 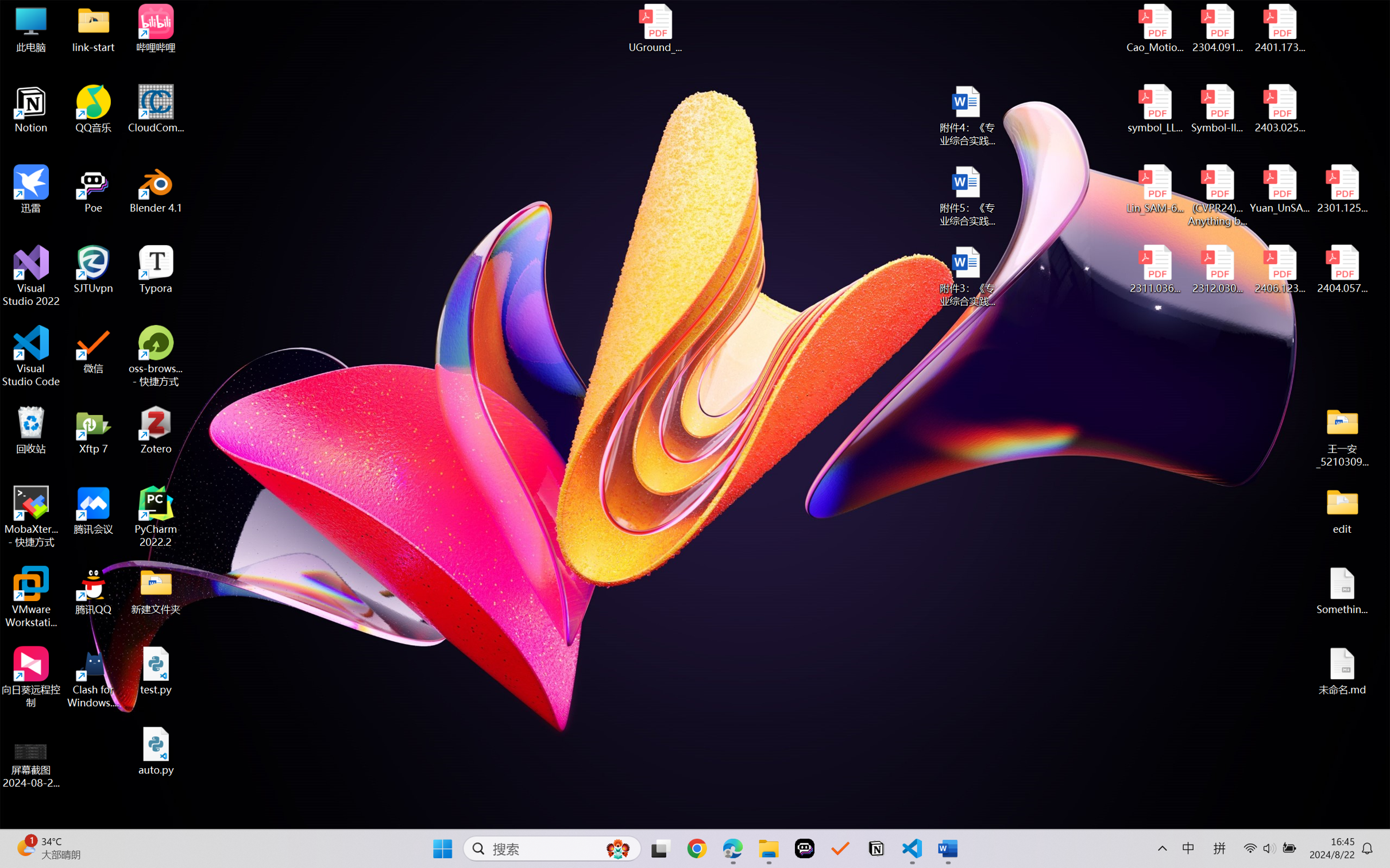 I want to click on 'PyCharm 2022.2', so click(x=156, y=517).